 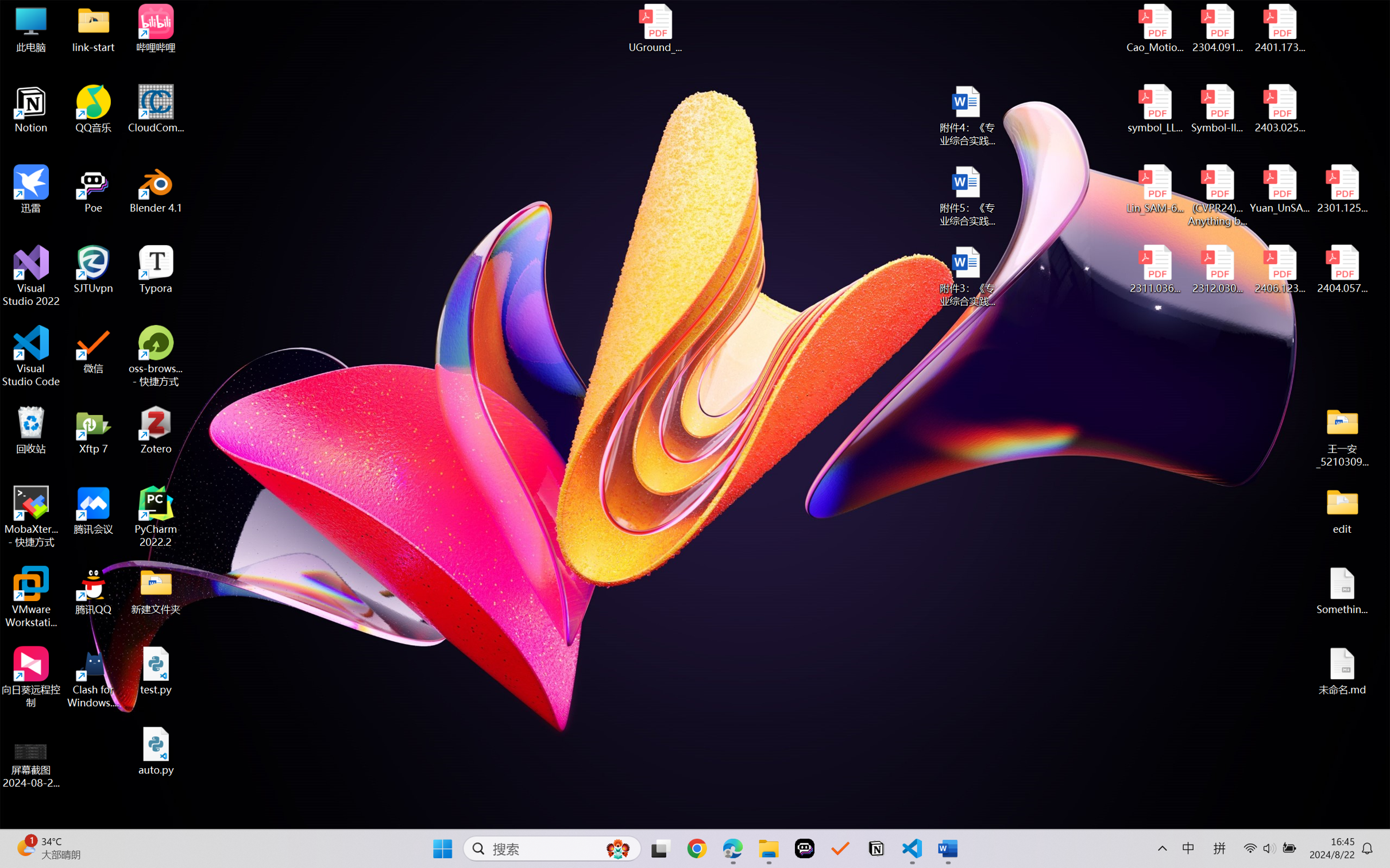 I want to click on 'PyCharm 2022.2', so click(x=156, y=517).